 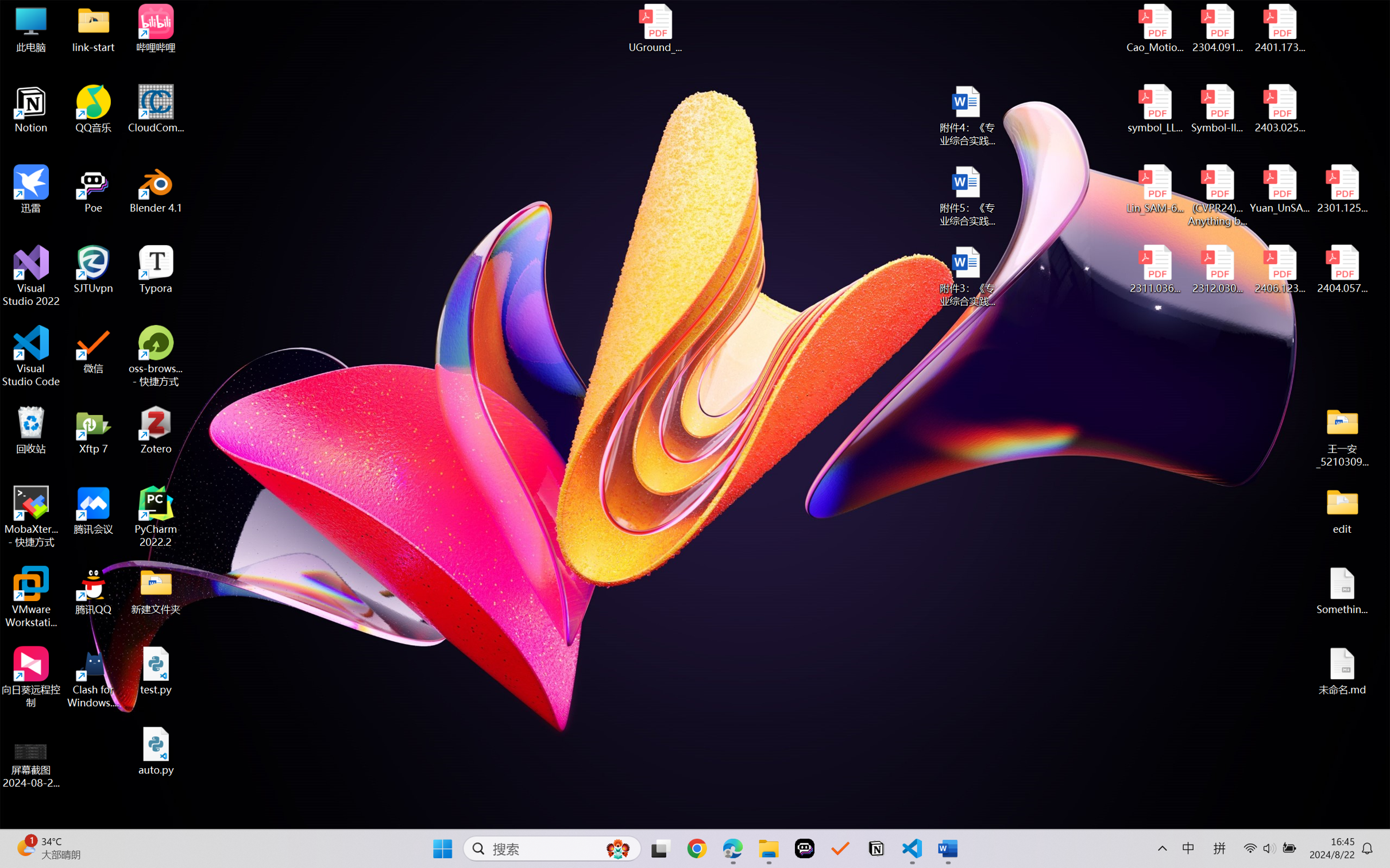 I want to click on 'PyCharm 2022.2', so click(x=156, y=517).